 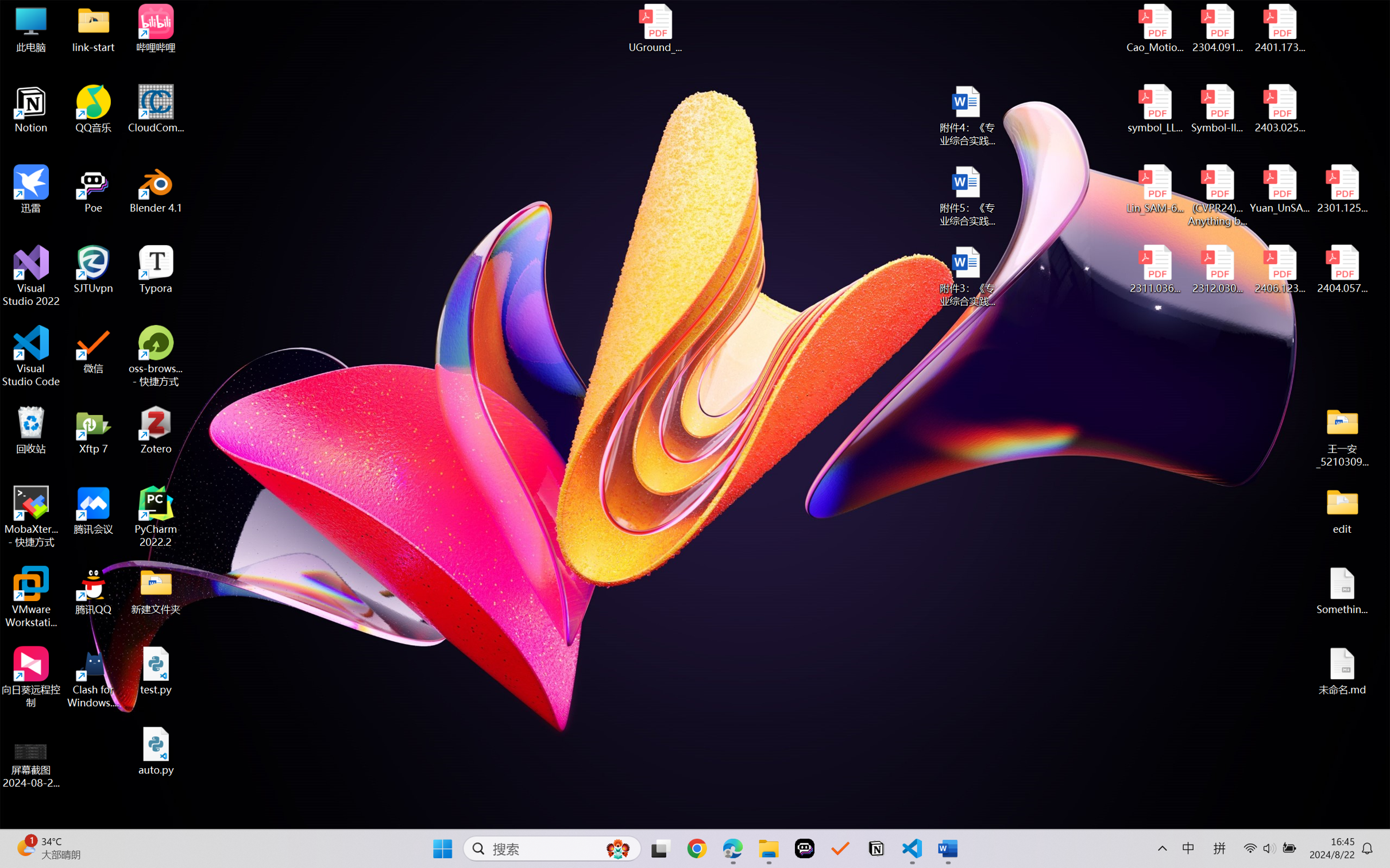 I want to click on 'PyCharm 2022.2', so click(x=156, y=517).